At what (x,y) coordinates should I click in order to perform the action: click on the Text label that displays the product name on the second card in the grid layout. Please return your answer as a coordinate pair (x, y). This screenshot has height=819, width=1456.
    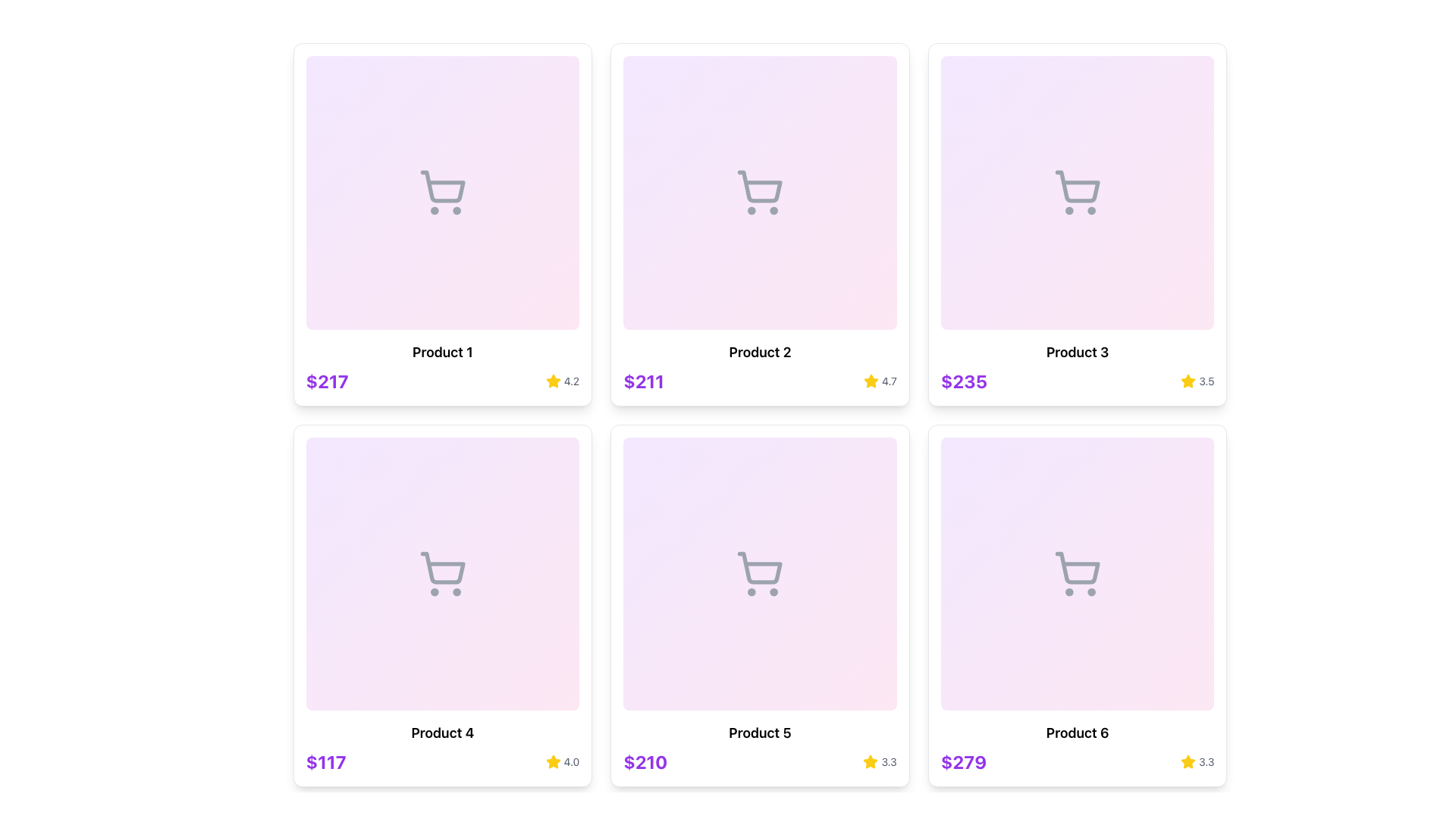
    Looking at the image, I should click on (760, 352).